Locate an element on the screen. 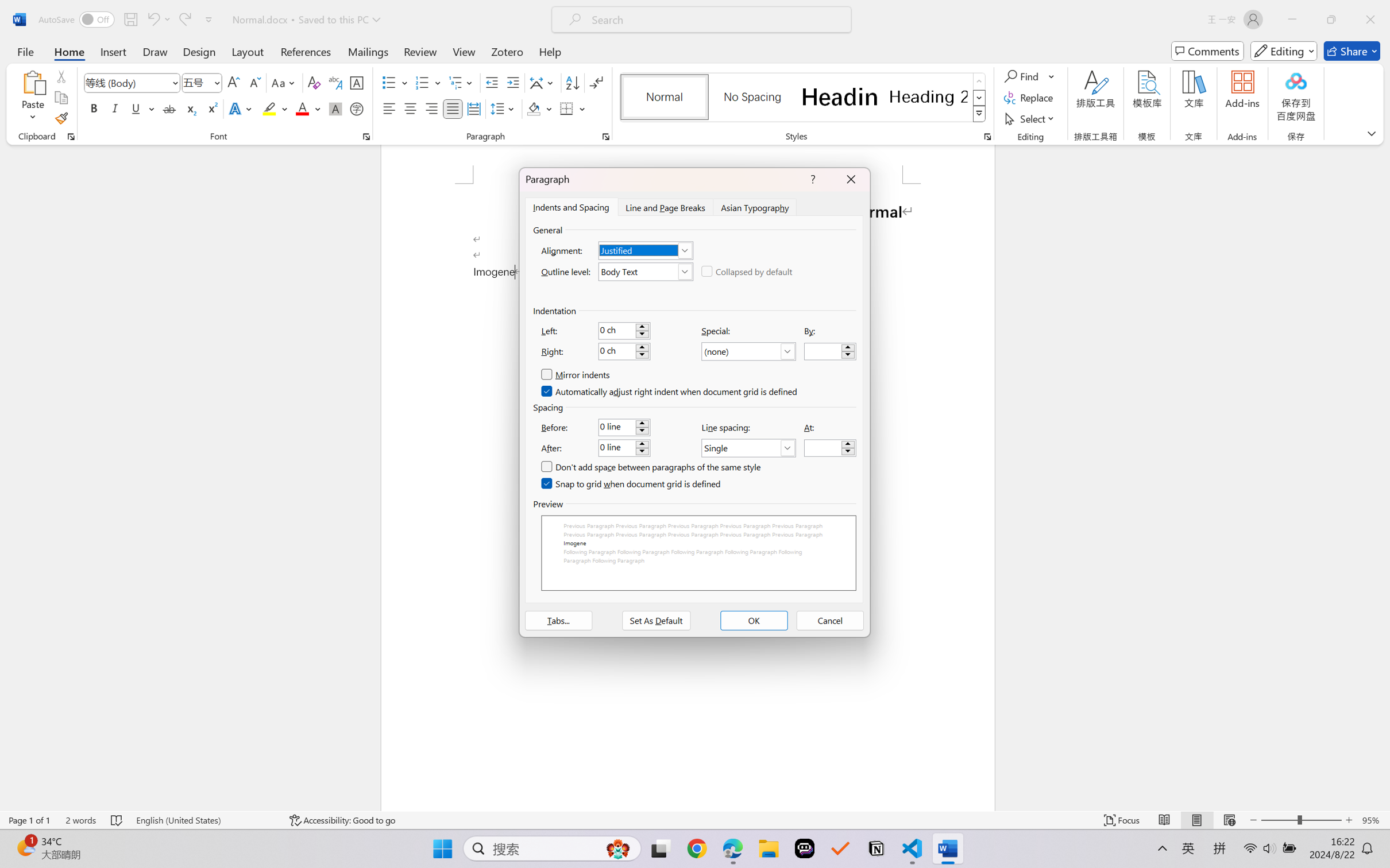  'Italic' is located at coordinates (114, 108).